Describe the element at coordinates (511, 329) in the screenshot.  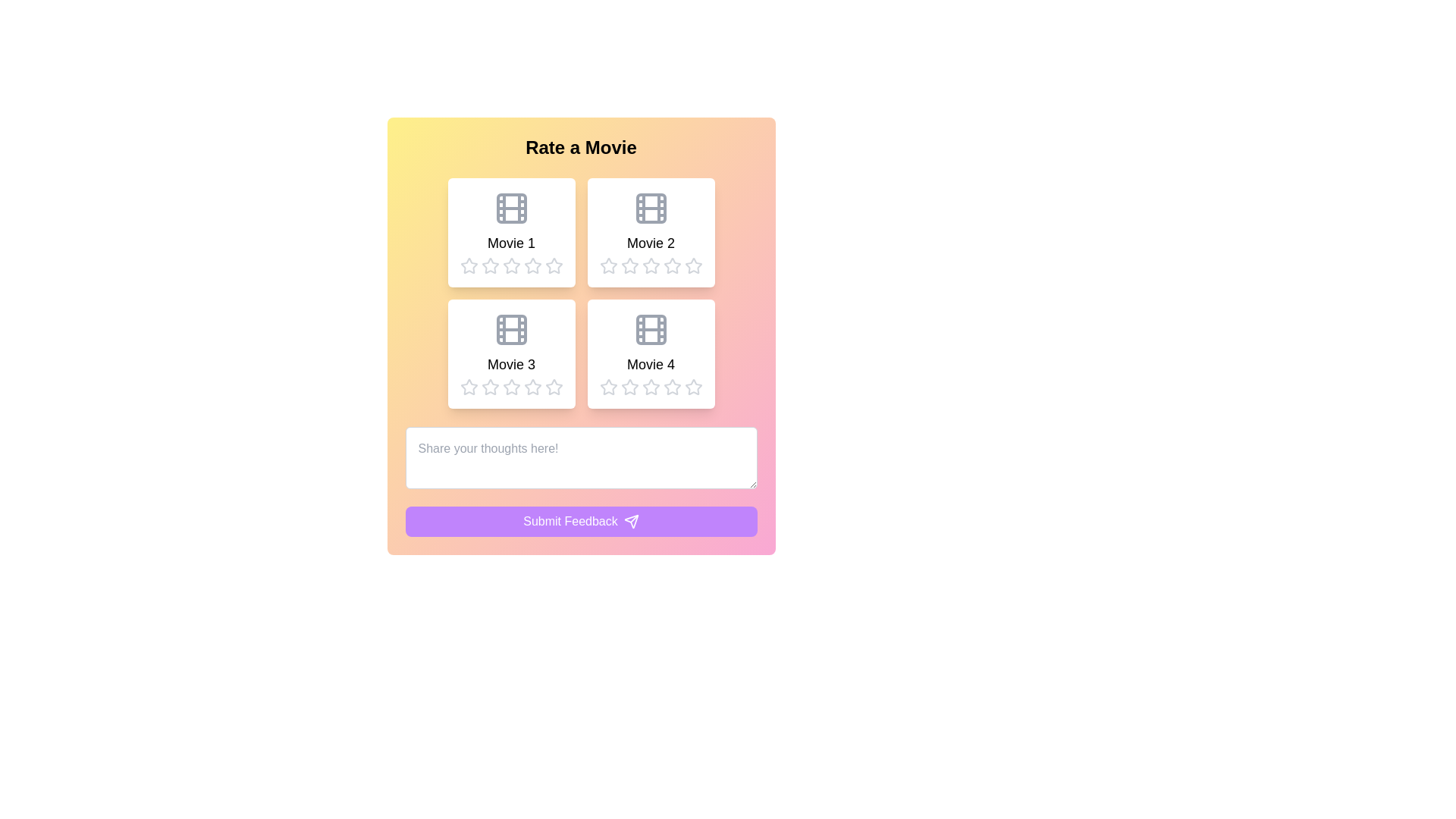
I see `the gray film reel icon, which is the uppermost element in the 'Movie 3' section of the interface, centered horizontally` at that location.